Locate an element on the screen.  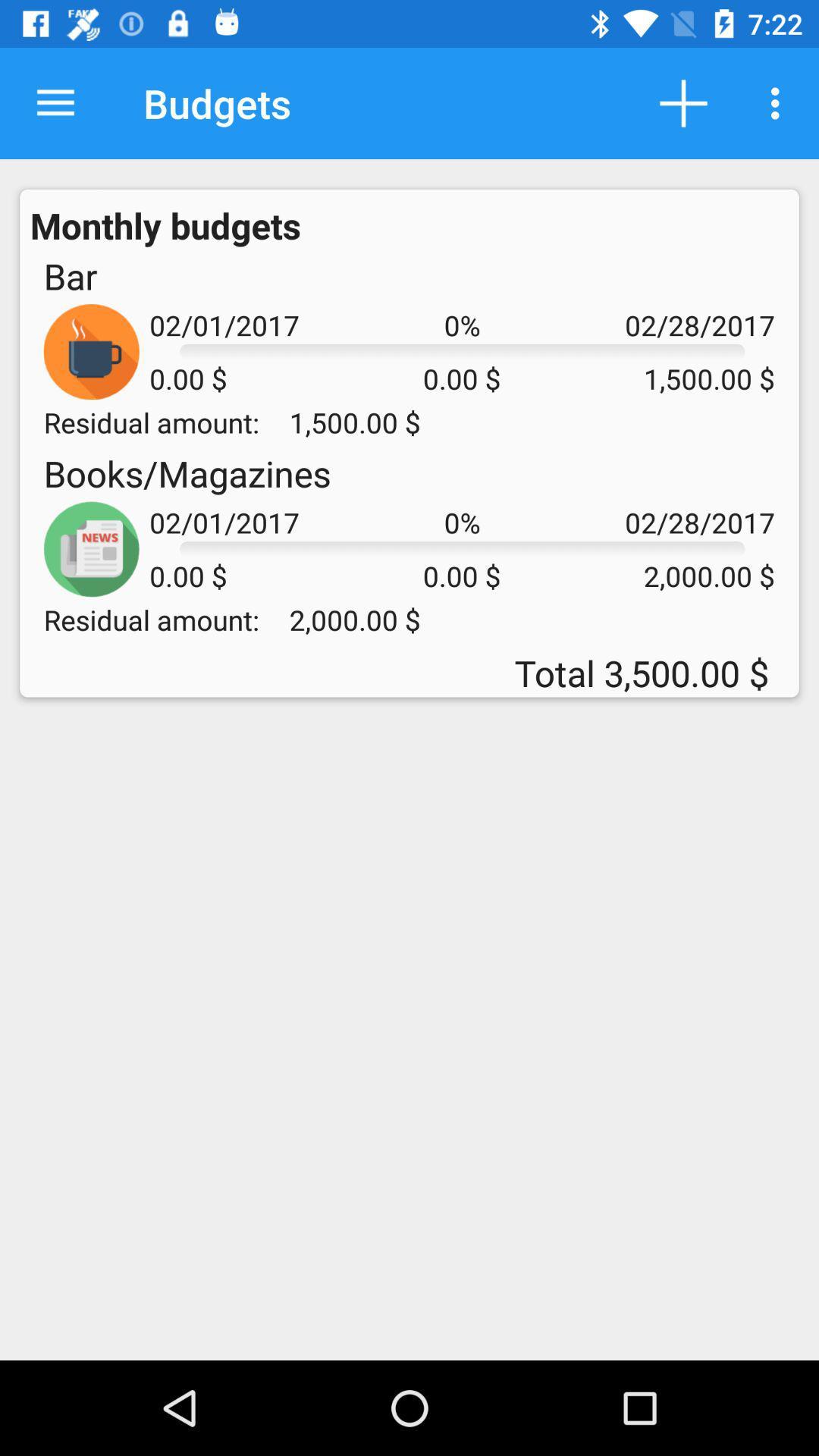
the total 3 500 is located at coordinates (409, 672).